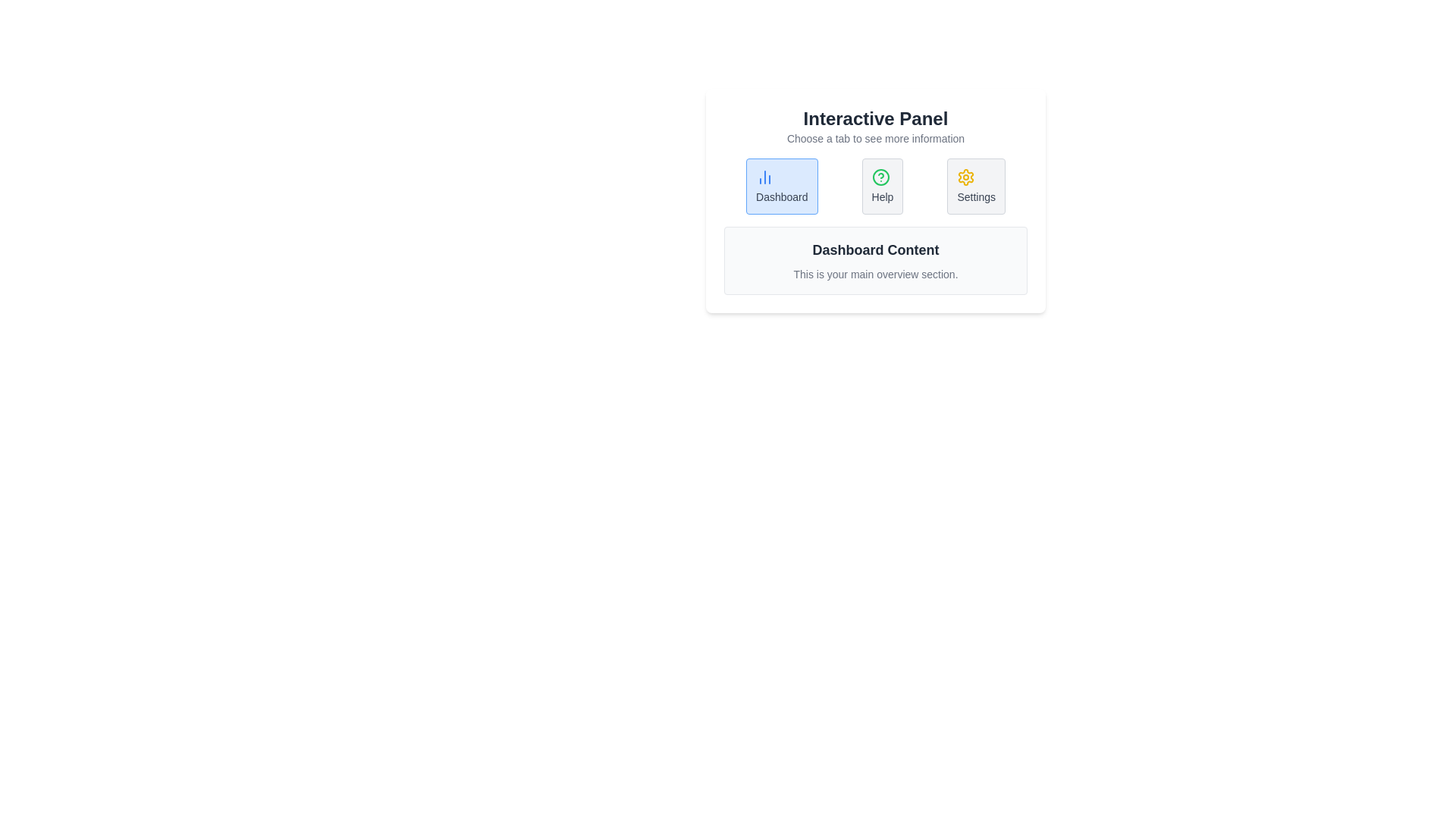 Image resolution: width=1456 pixels, height=819 pixels. Describe the element at coordinates (965, 177) in the screenshot. I see `the yellow-colored gear icon representing settings, which is located within the 'Settings' card above the 'Settings' label text` at that location.